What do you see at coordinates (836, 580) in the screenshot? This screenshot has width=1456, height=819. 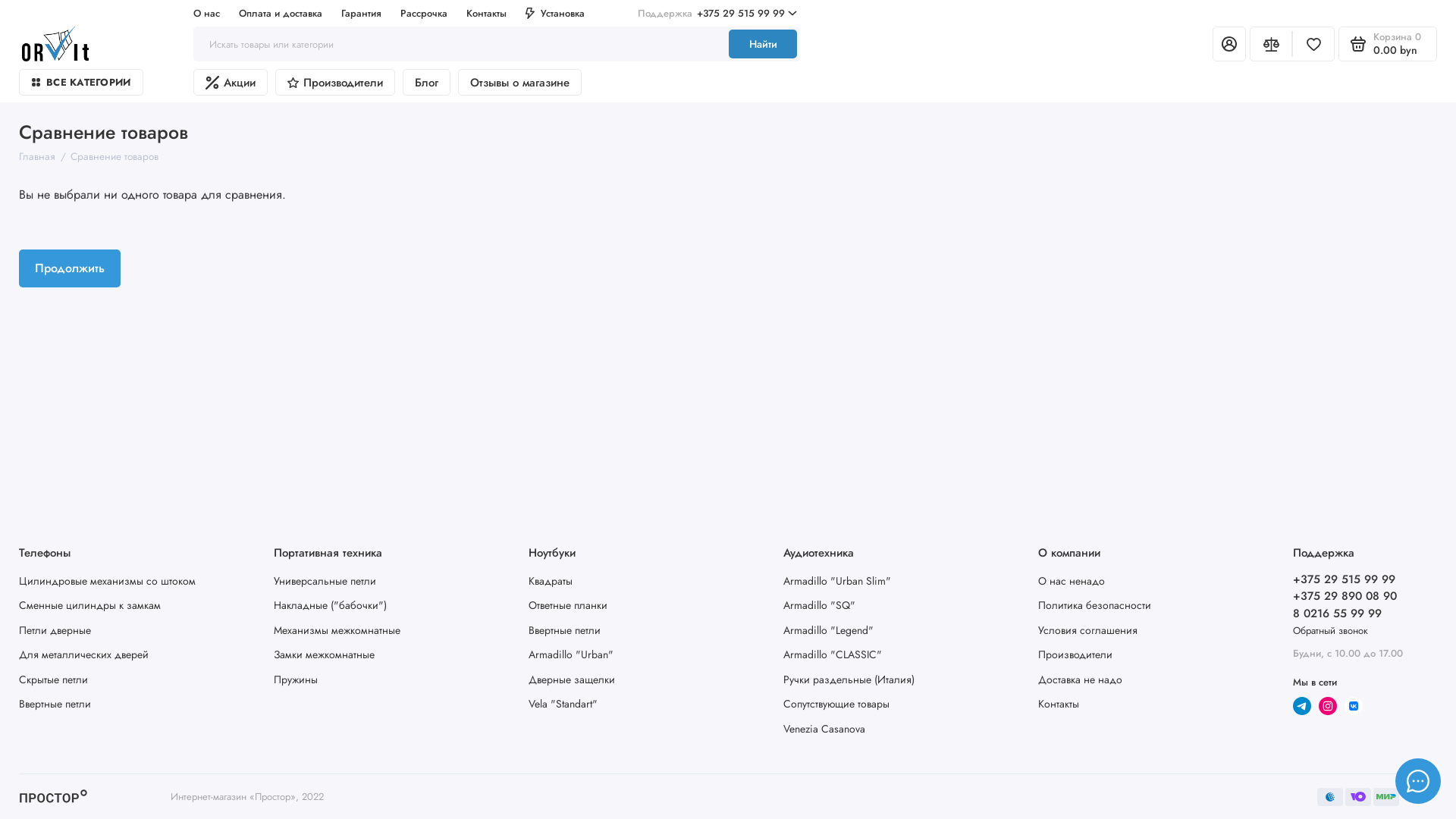 I see `'Armadillo "Urban Slim"'` at bounding box center [836, 580].